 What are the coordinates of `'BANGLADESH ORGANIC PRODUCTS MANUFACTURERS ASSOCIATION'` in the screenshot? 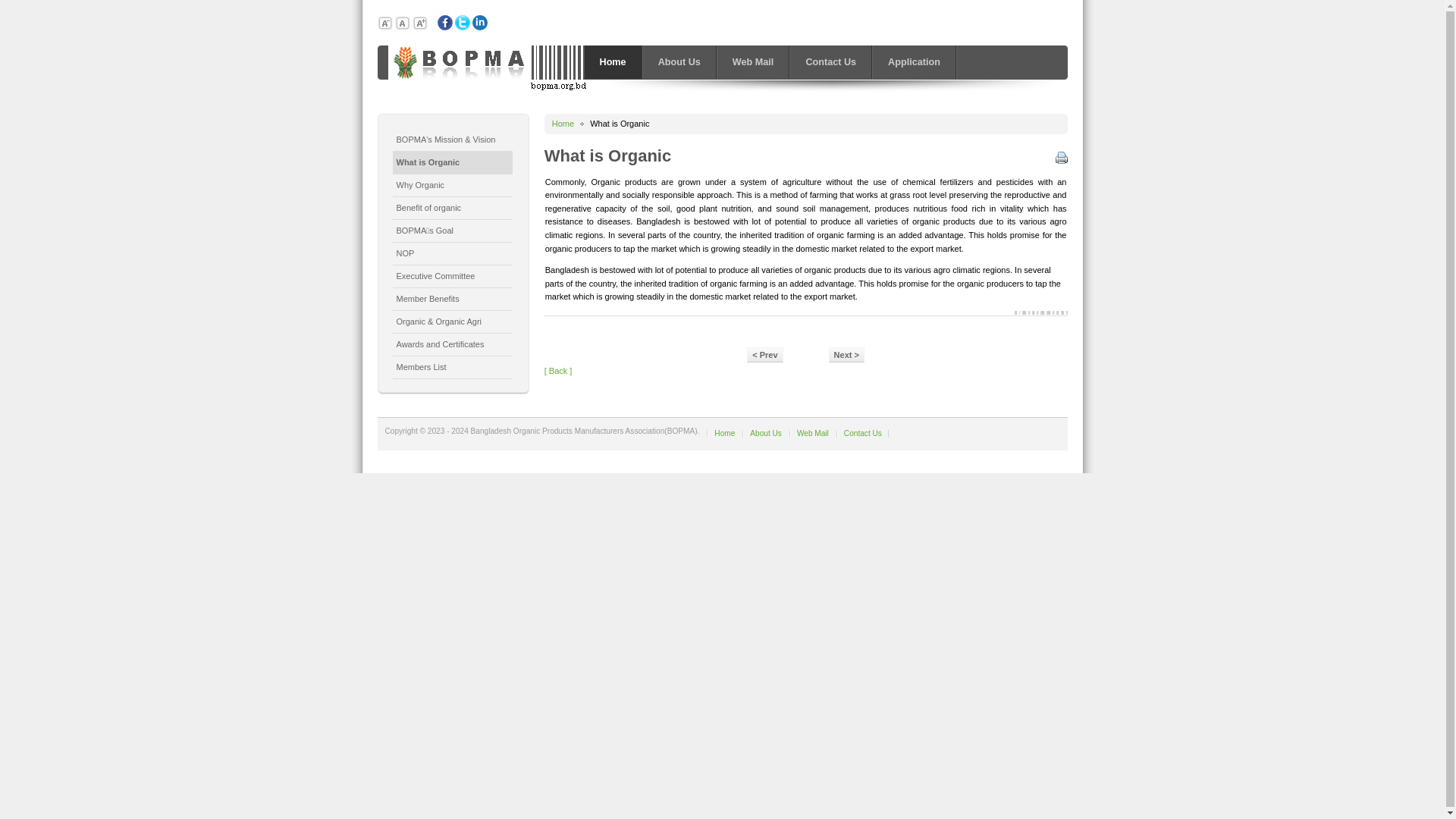 It's located at (451, 61).